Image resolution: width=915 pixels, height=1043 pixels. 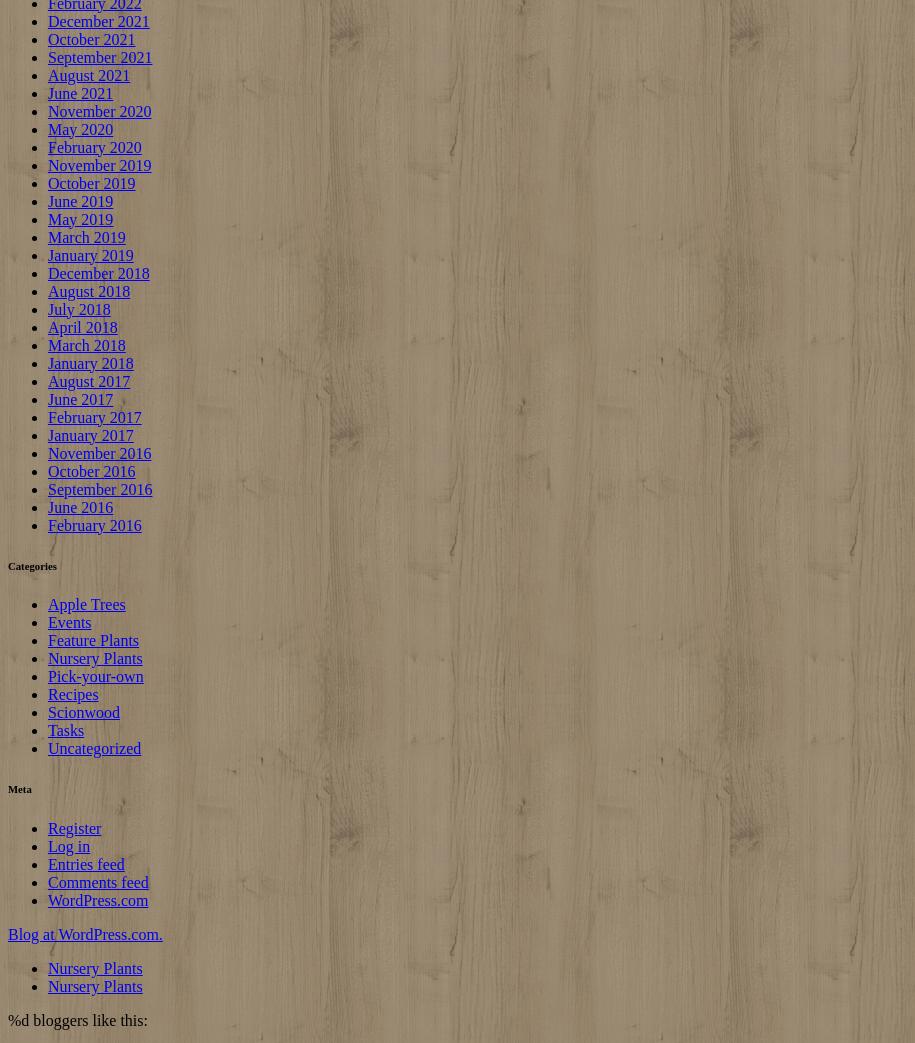 What do you see at coordinates (93, 524) in the screenshot?
I see `'February 2016'` at bounding box center [93, 524].